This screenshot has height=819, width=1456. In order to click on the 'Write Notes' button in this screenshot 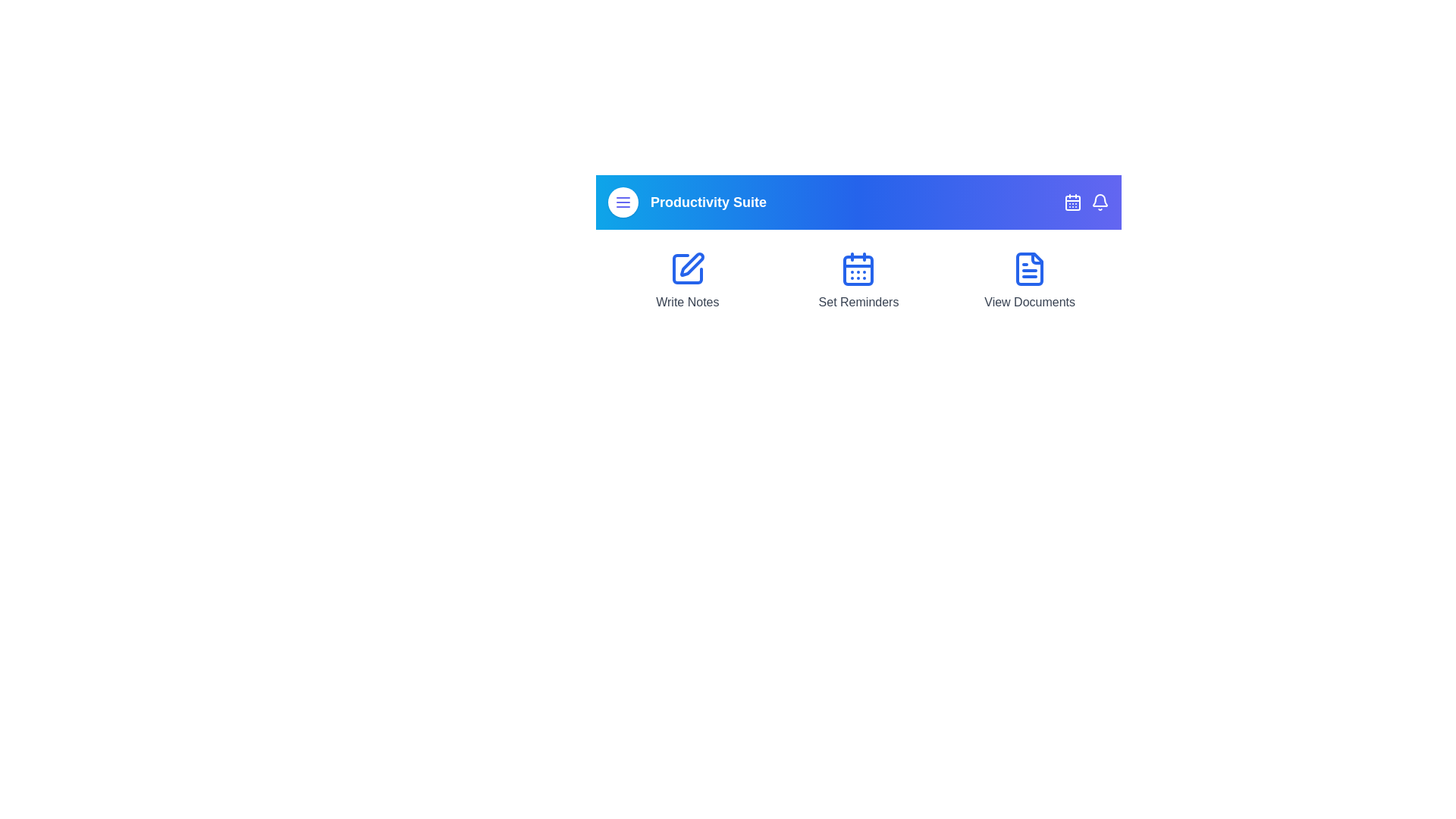, I will do `click(686, 281)`.